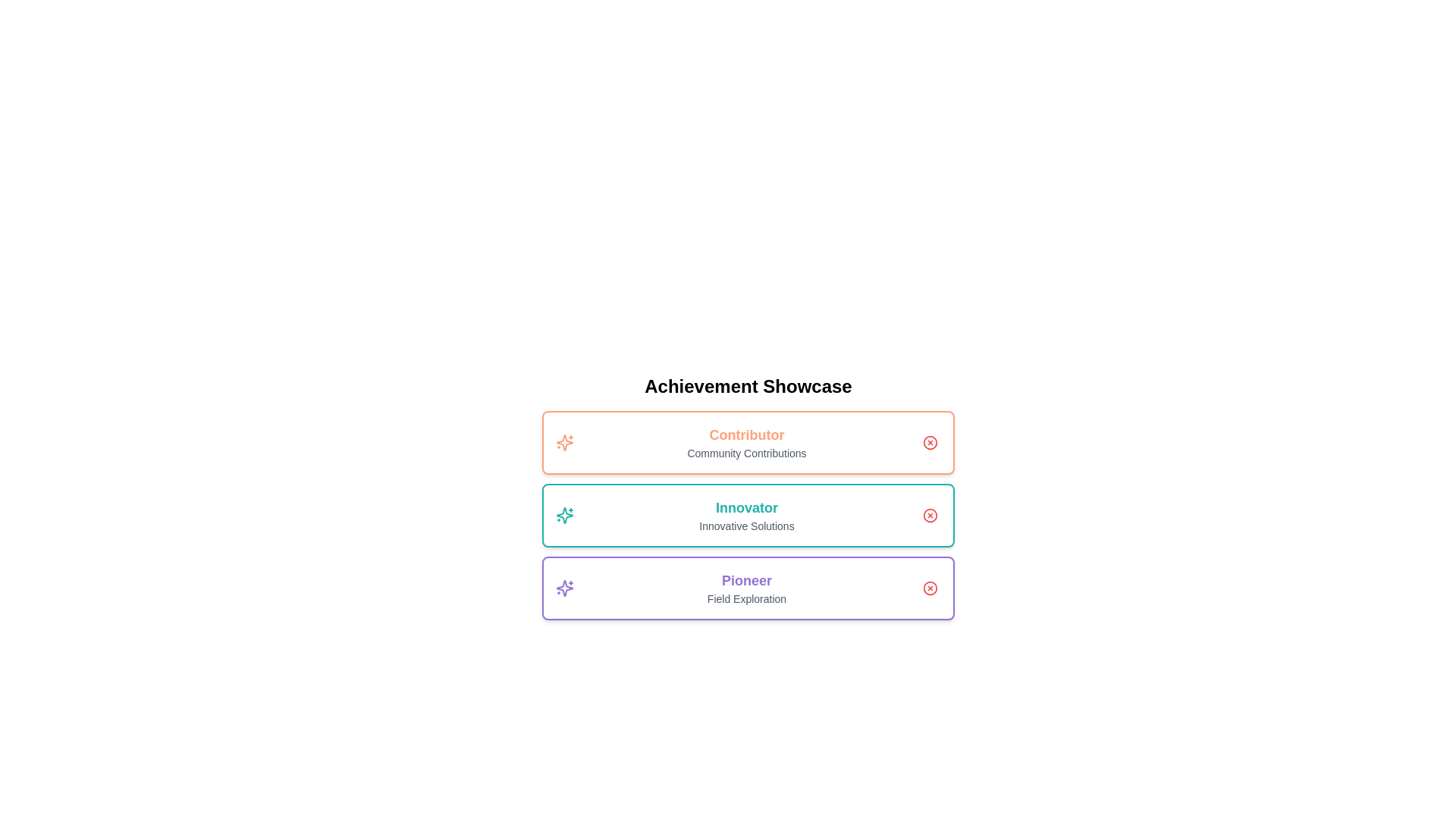 This screenshot has height=819, width=1456. I want to click on the achievement Innovator to observe hover behavior, so click(748, 514).